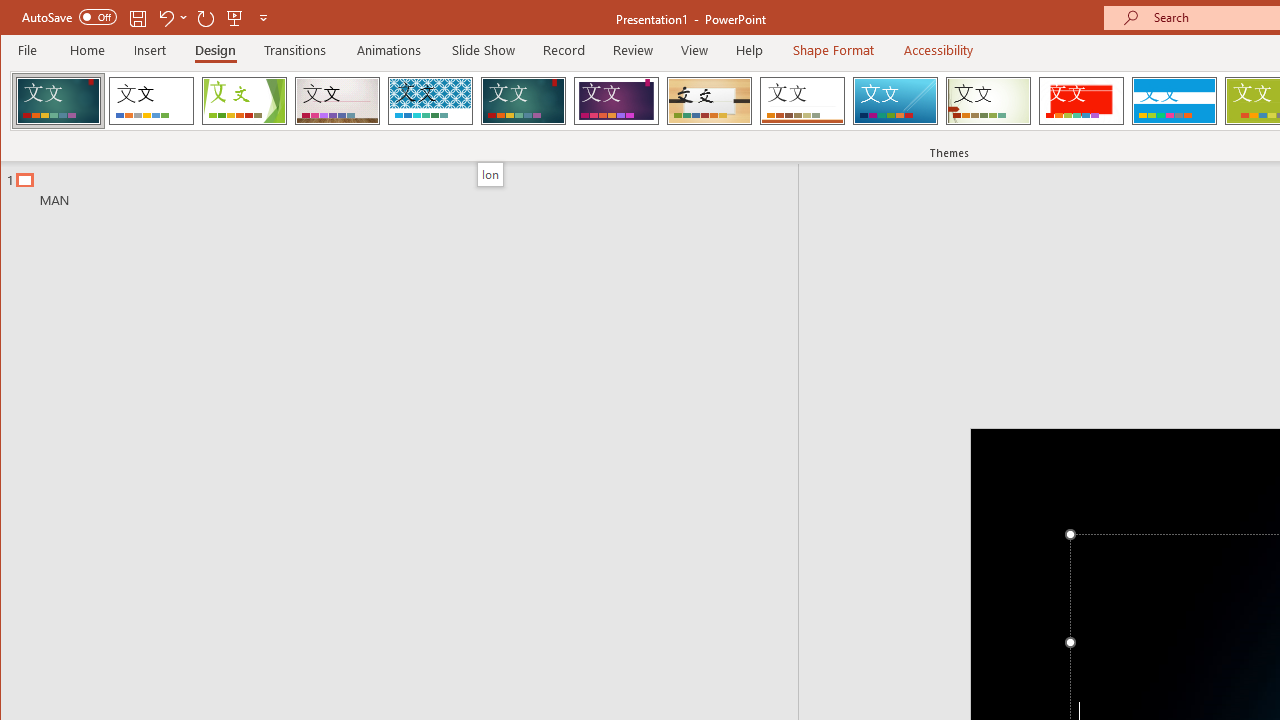 This screenshot has width=1280, height=720. What do you see at coordinates (86, 49) in the screenshot?
I see `'Home'` at bounding box center [86, 49].